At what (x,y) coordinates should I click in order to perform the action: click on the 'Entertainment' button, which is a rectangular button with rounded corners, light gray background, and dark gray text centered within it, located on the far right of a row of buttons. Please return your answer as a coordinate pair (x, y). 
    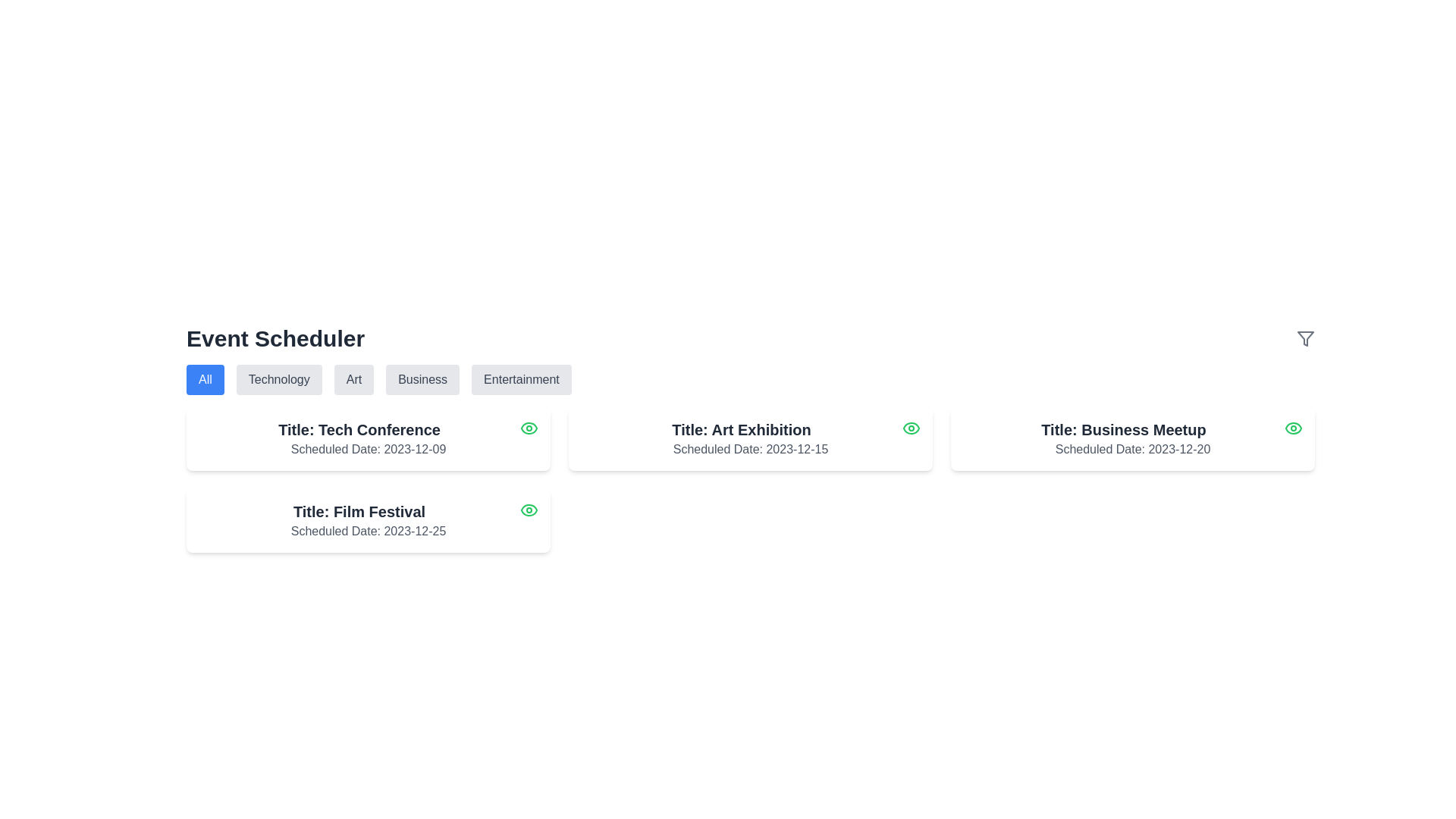
    Looking at the image, I should click on (521, 379).